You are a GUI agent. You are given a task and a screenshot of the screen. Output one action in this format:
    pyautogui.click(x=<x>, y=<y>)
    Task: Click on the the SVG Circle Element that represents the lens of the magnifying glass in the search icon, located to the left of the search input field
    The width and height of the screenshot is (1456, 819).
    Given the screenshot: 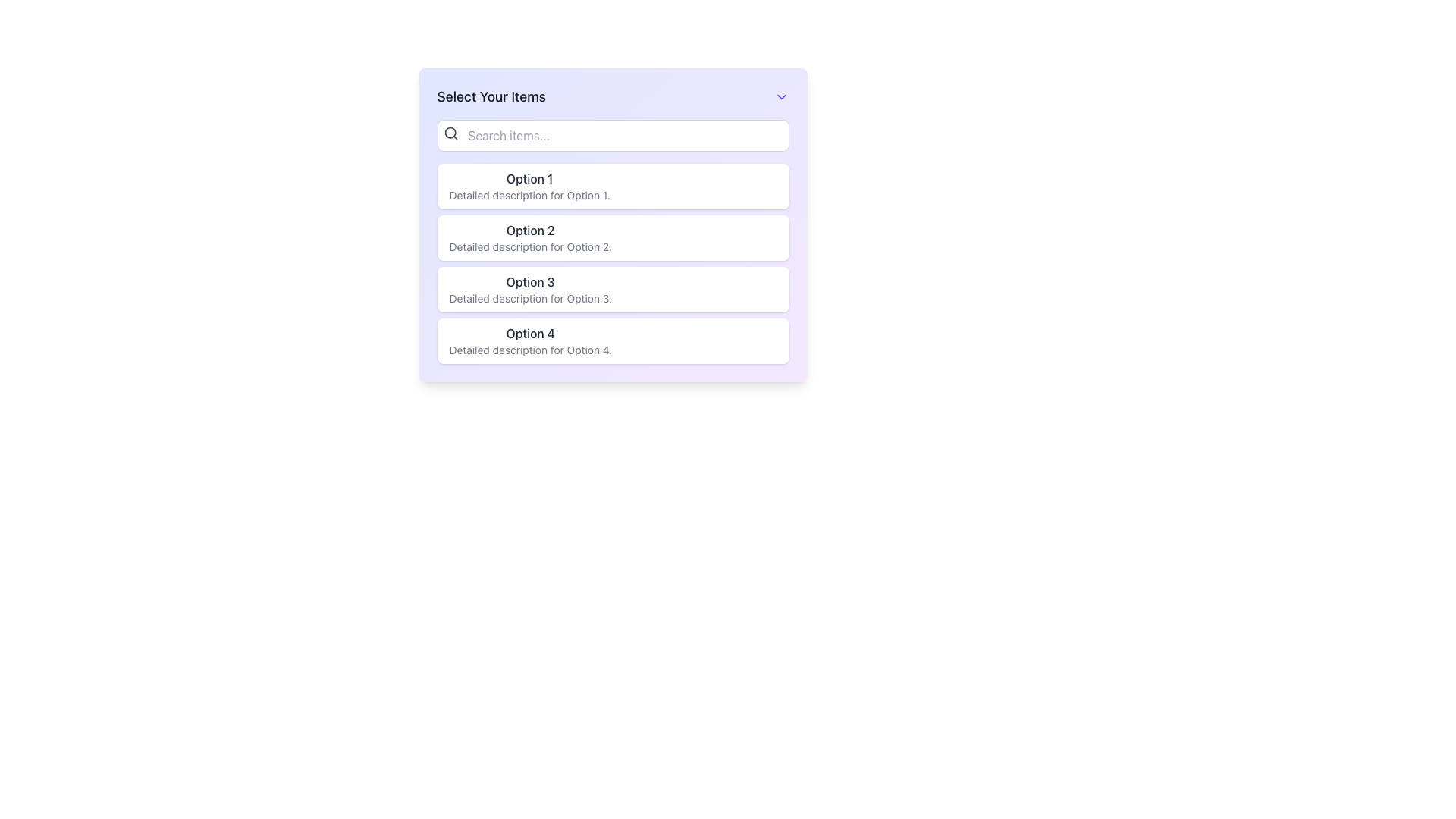 What is the action you would take?
    pyautogui.click(x=449, y=132)
    